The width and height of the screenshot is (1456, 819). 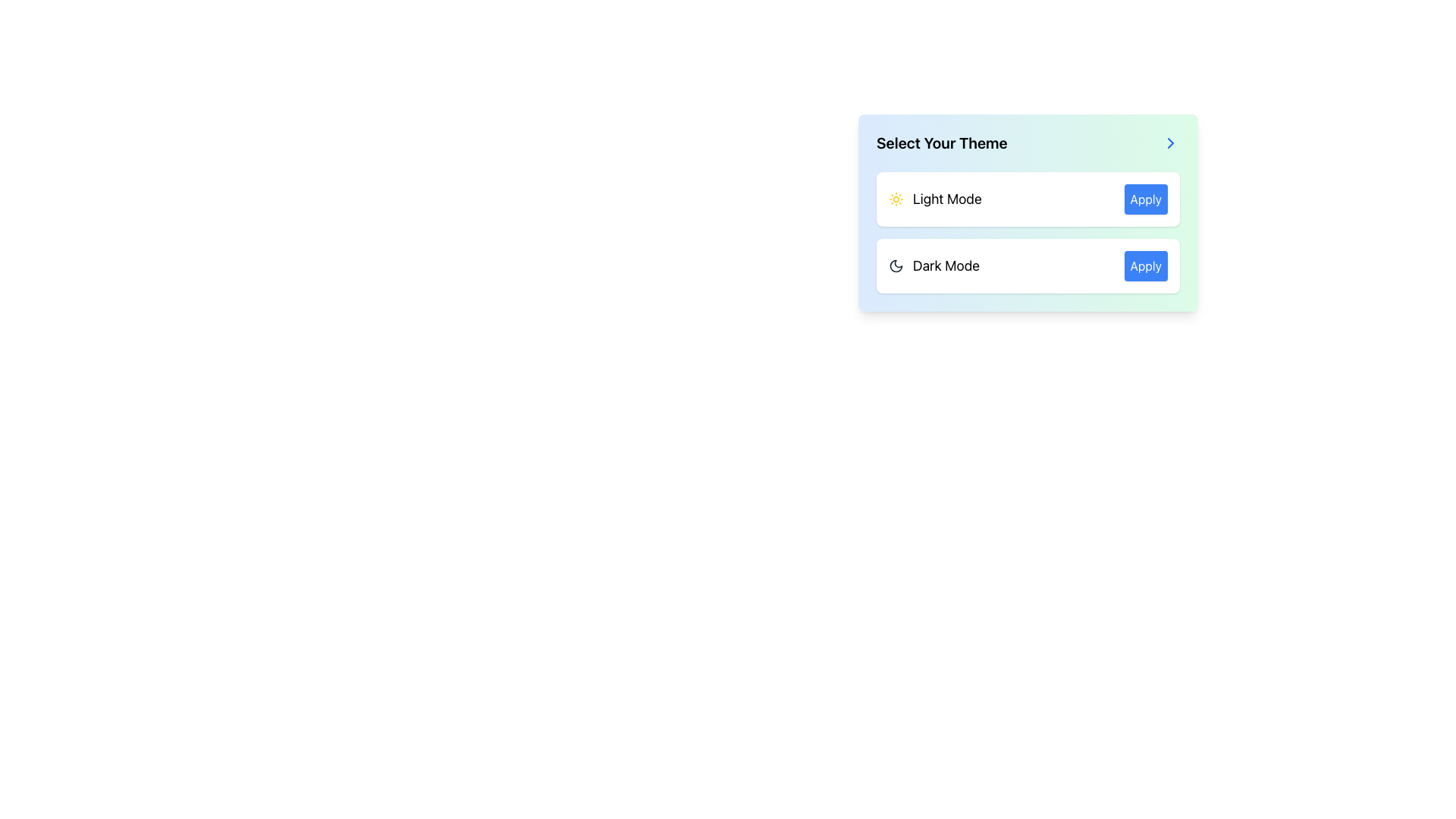 What do you see at coordinates (896, 265) in the screenshot?
I see `the decorative 'Dark Mode' icon located on the left side of the 'Dark Mode' text, which serves as a visual aid in the interface` at bounding box center [896, 265].